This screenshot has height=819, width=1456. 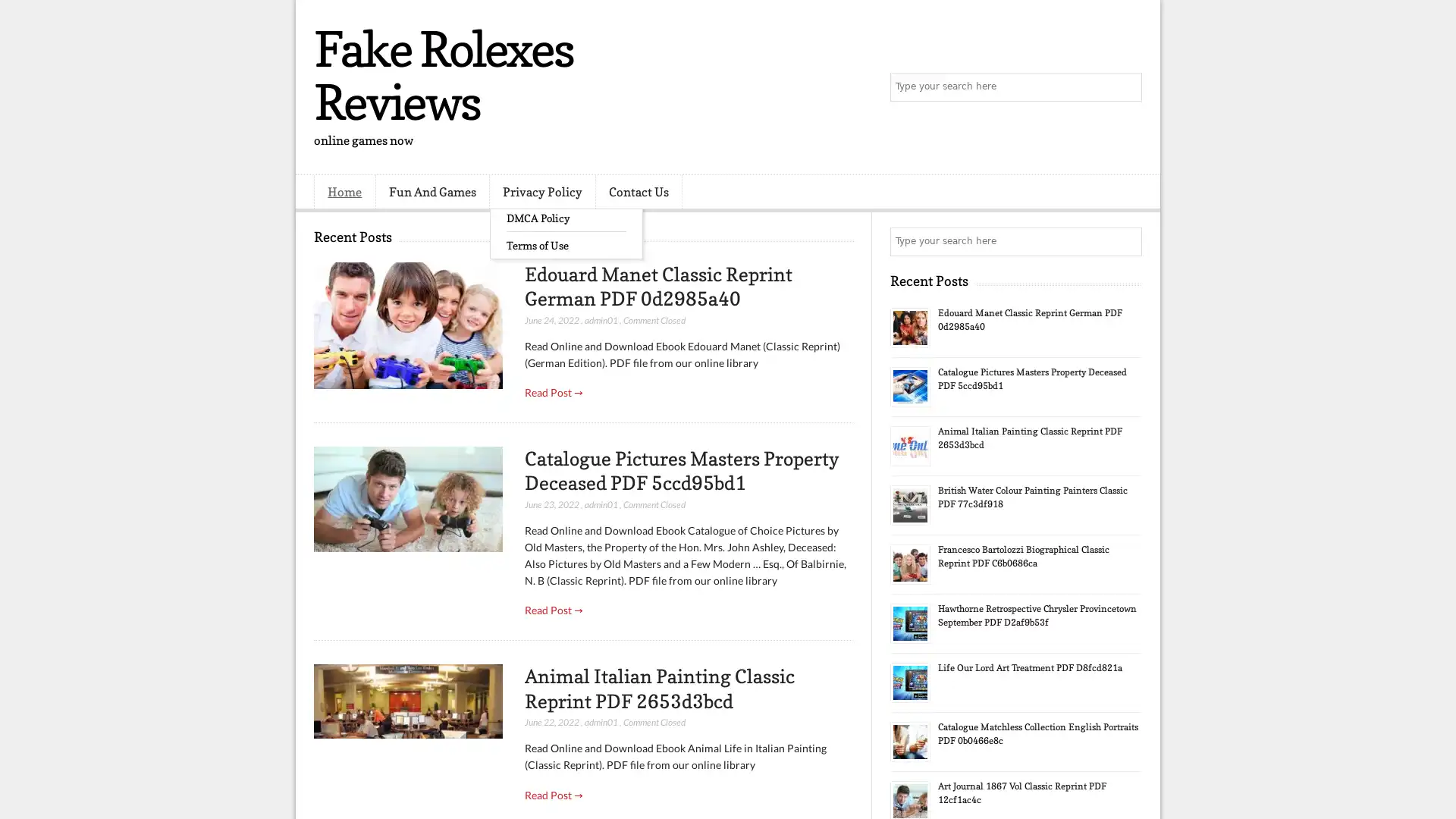 I want to click on Search, so click(x=1126, y=87).